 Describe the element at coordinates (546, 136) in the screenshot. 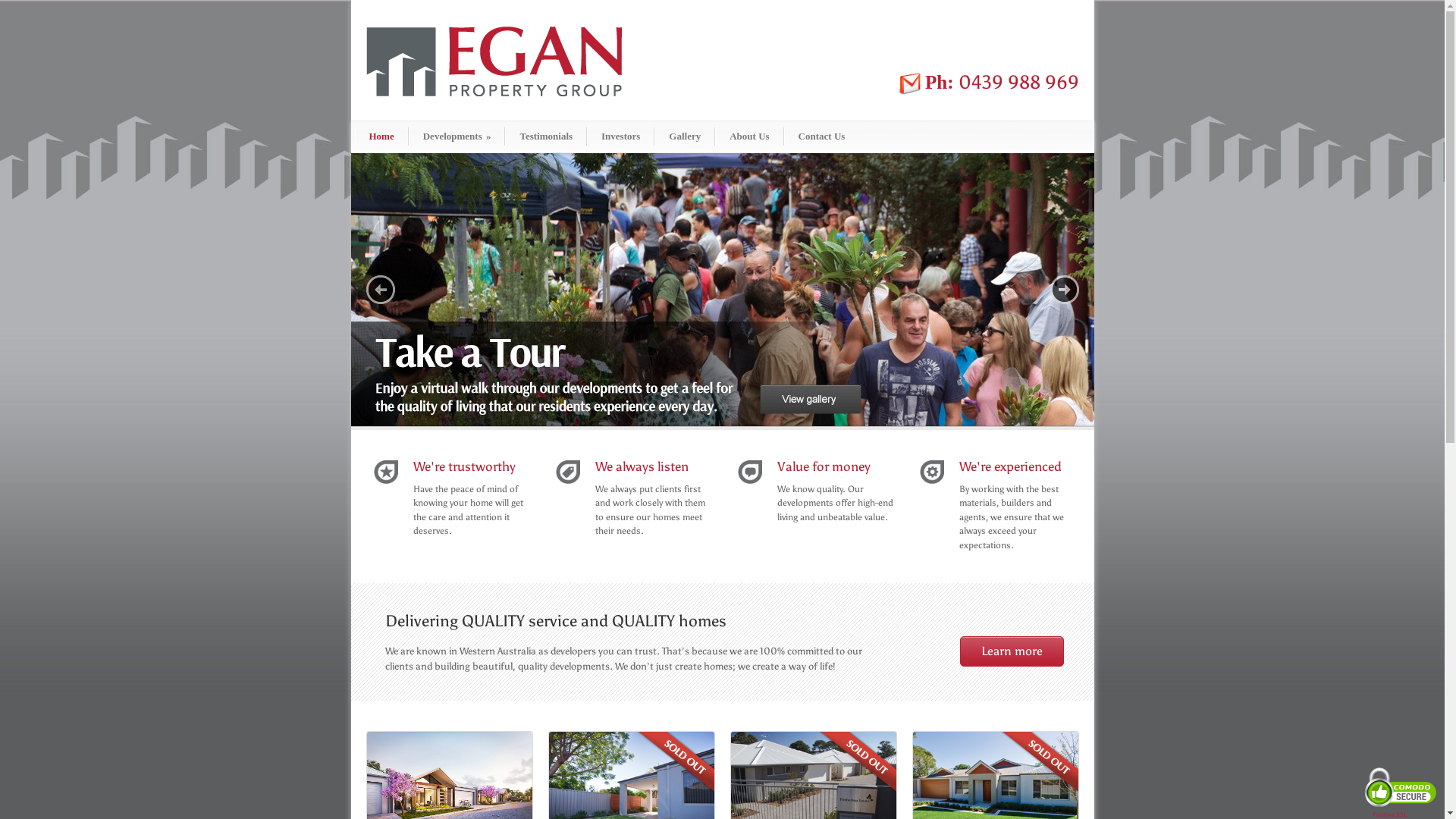

I see `'Testimonials'` at that location.